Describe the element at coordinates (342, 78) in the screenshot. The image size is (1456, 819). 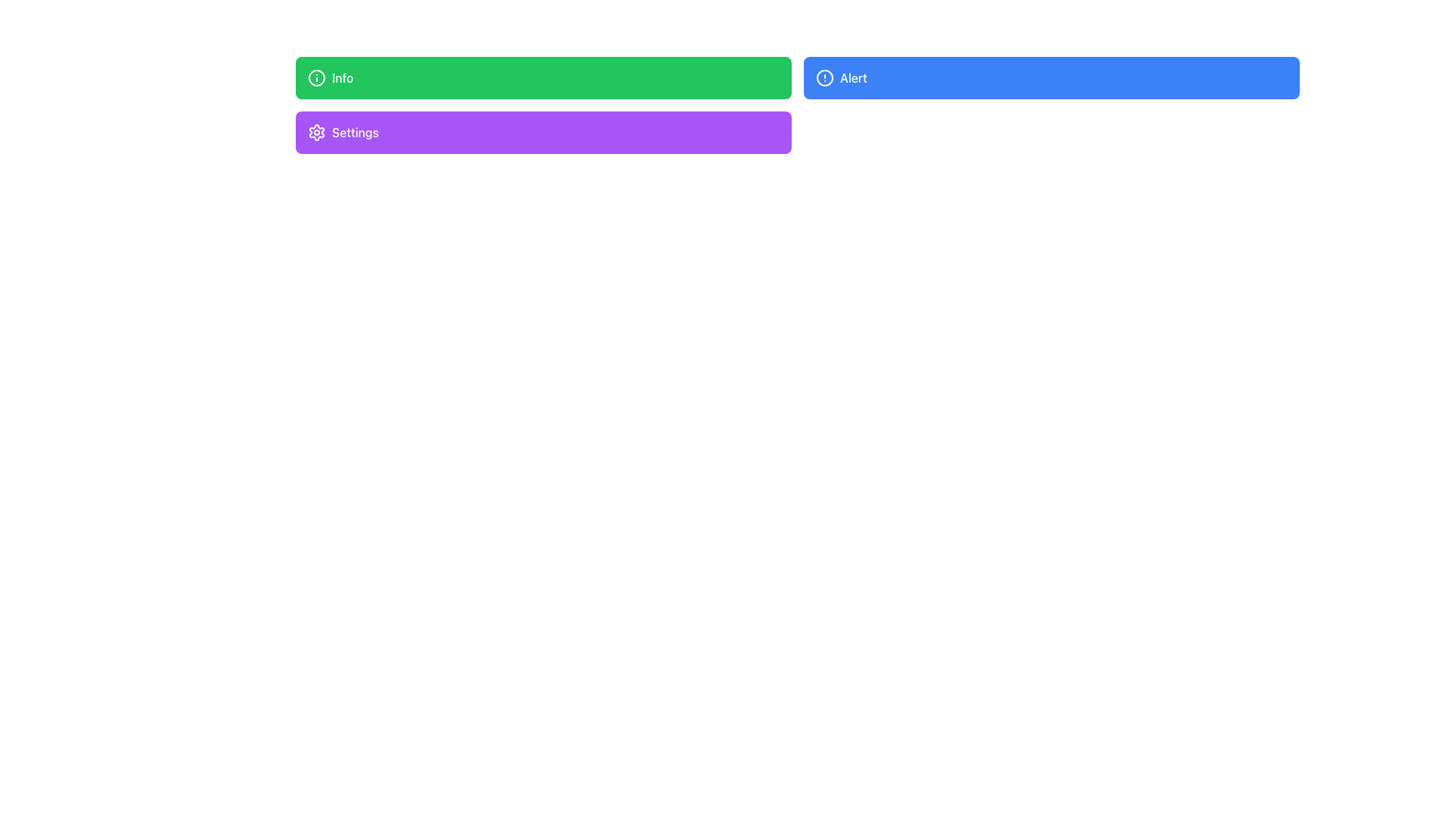
I see `text from the label displaying 'Info' in white font on a green background, located to the right of the circular 'i' icon` at that location.